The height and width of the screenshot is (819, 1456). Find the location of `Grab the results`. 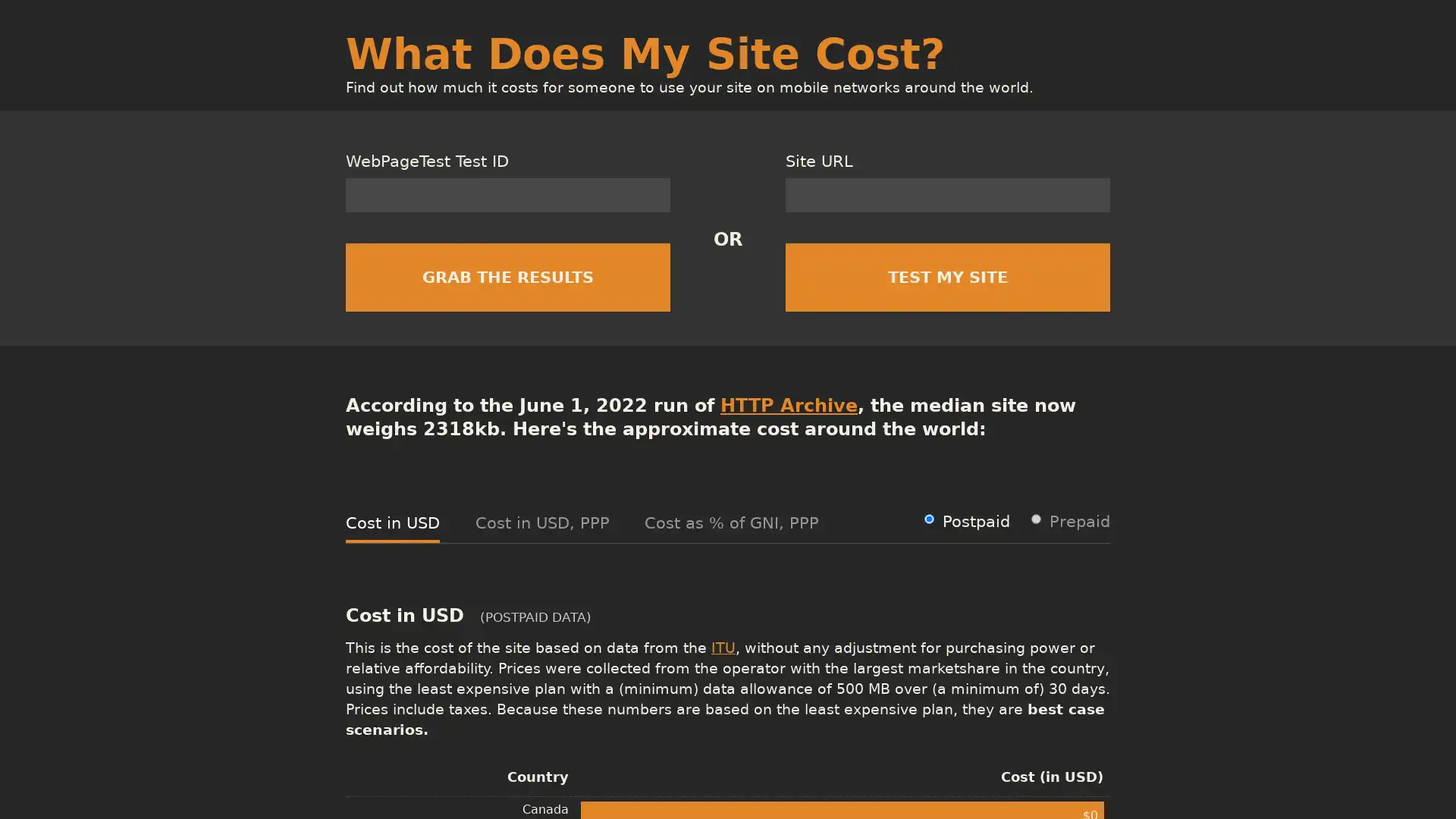

Grab the results is located at coordinates (507, 277).